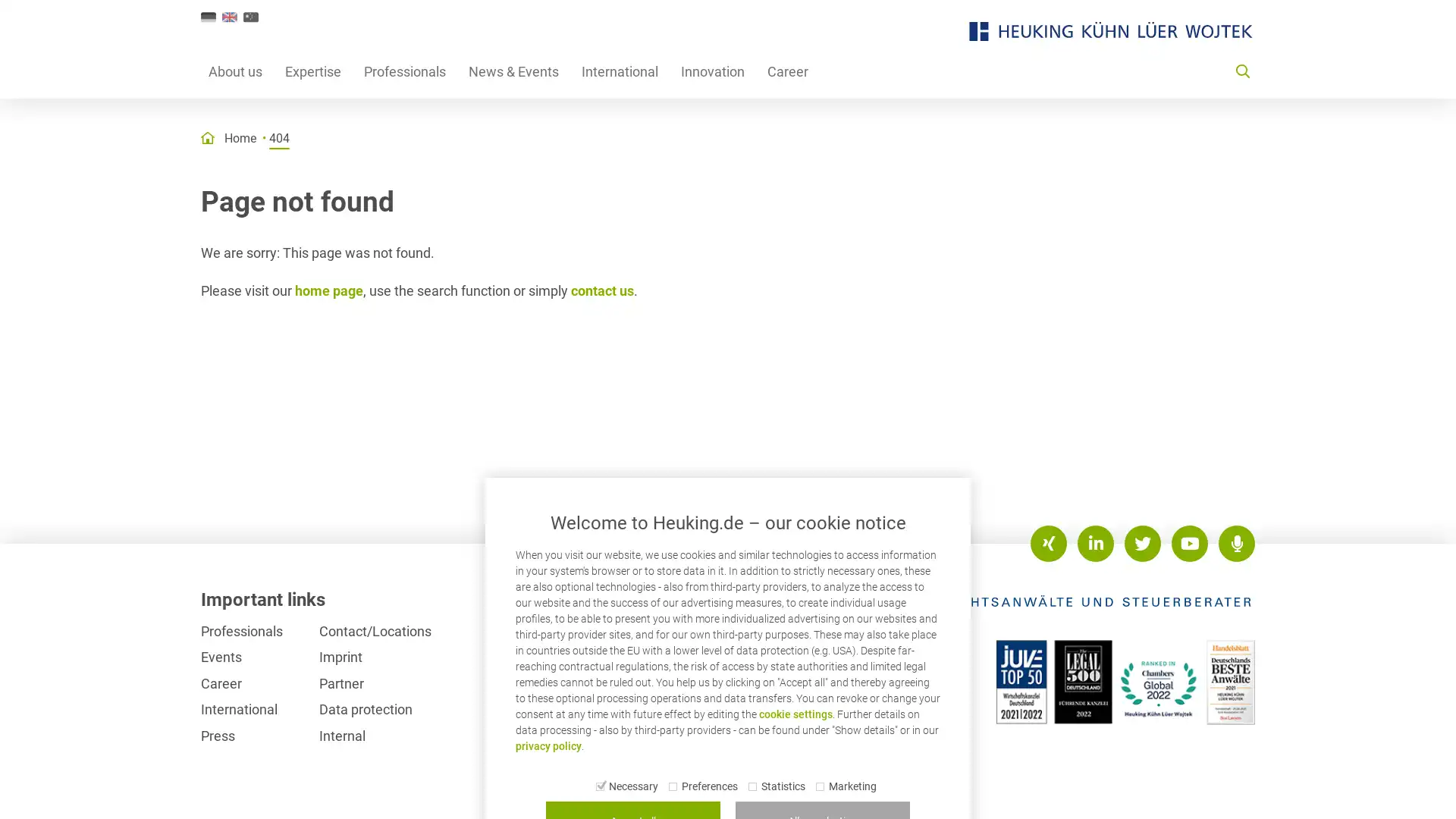 The image size is (1456, 819). What do you see at coordinates (1047, 542) in the screenshot?
I see `XING` at bounding box center [1047, 542].